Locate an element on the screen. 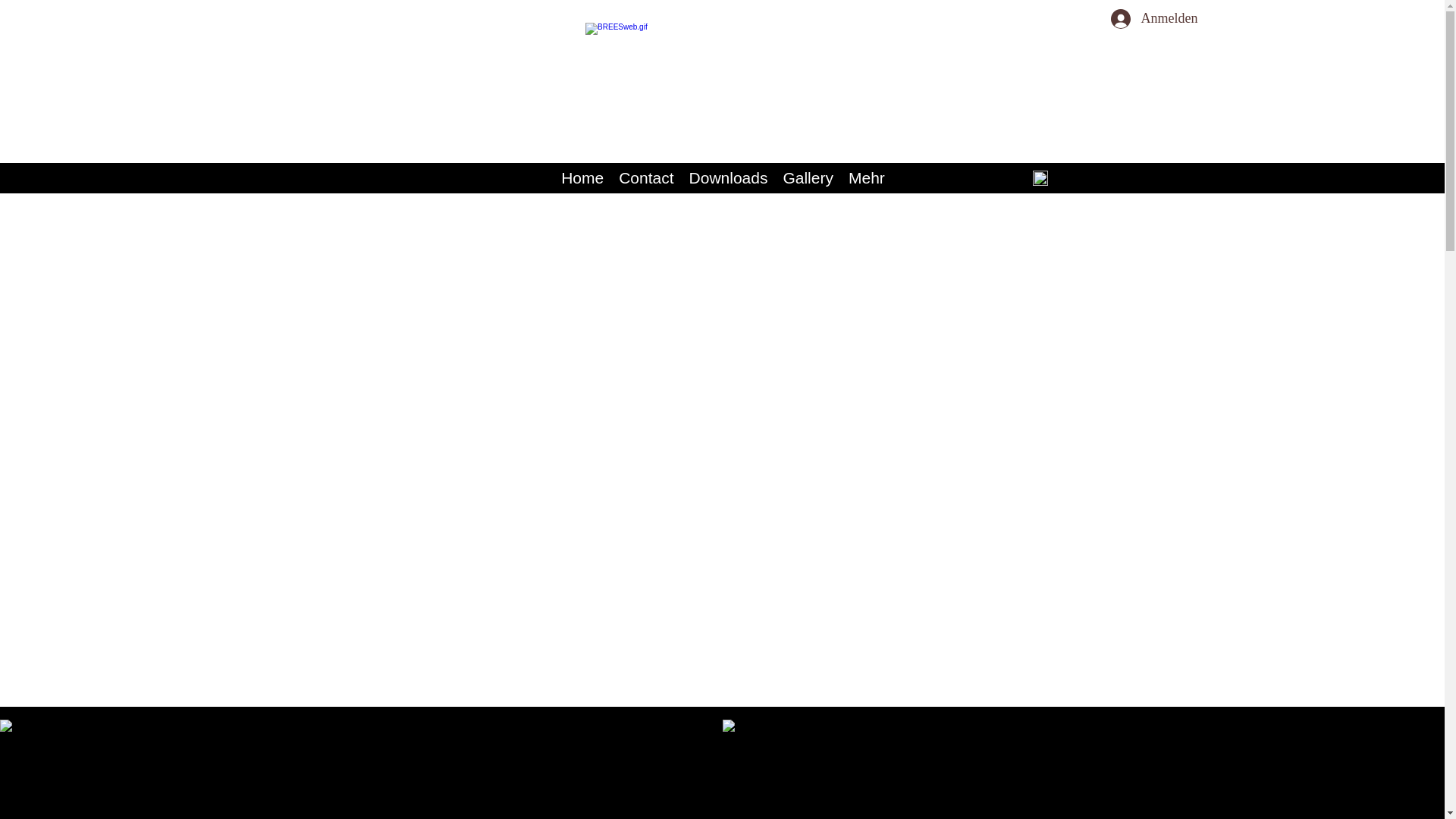 This screenshot has width=1456, height=819. 'Anmelden' is located at coordinates (1145, 18).